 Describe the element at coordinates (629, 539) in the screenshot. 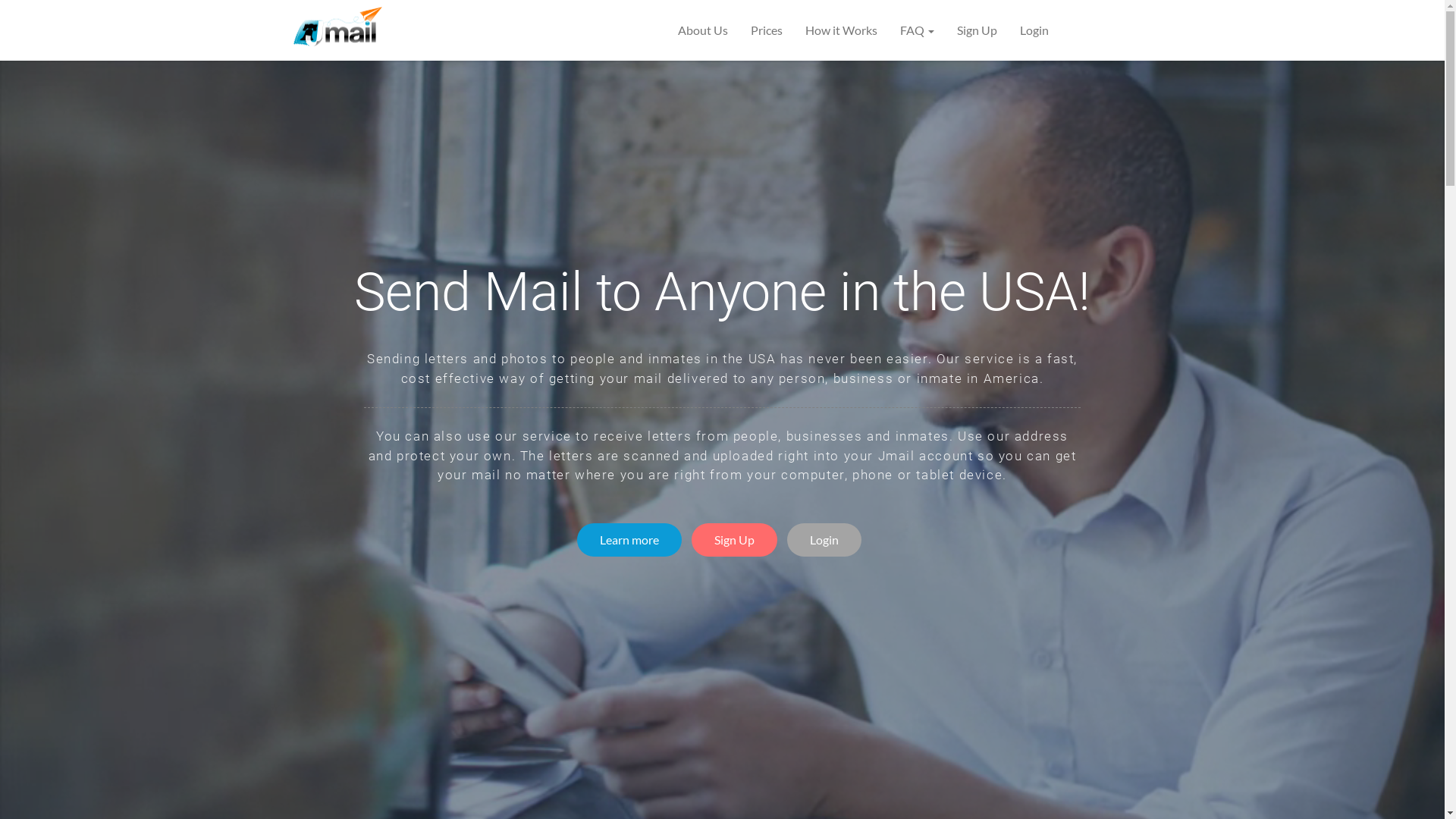

I see `'Learn more'` at that location.